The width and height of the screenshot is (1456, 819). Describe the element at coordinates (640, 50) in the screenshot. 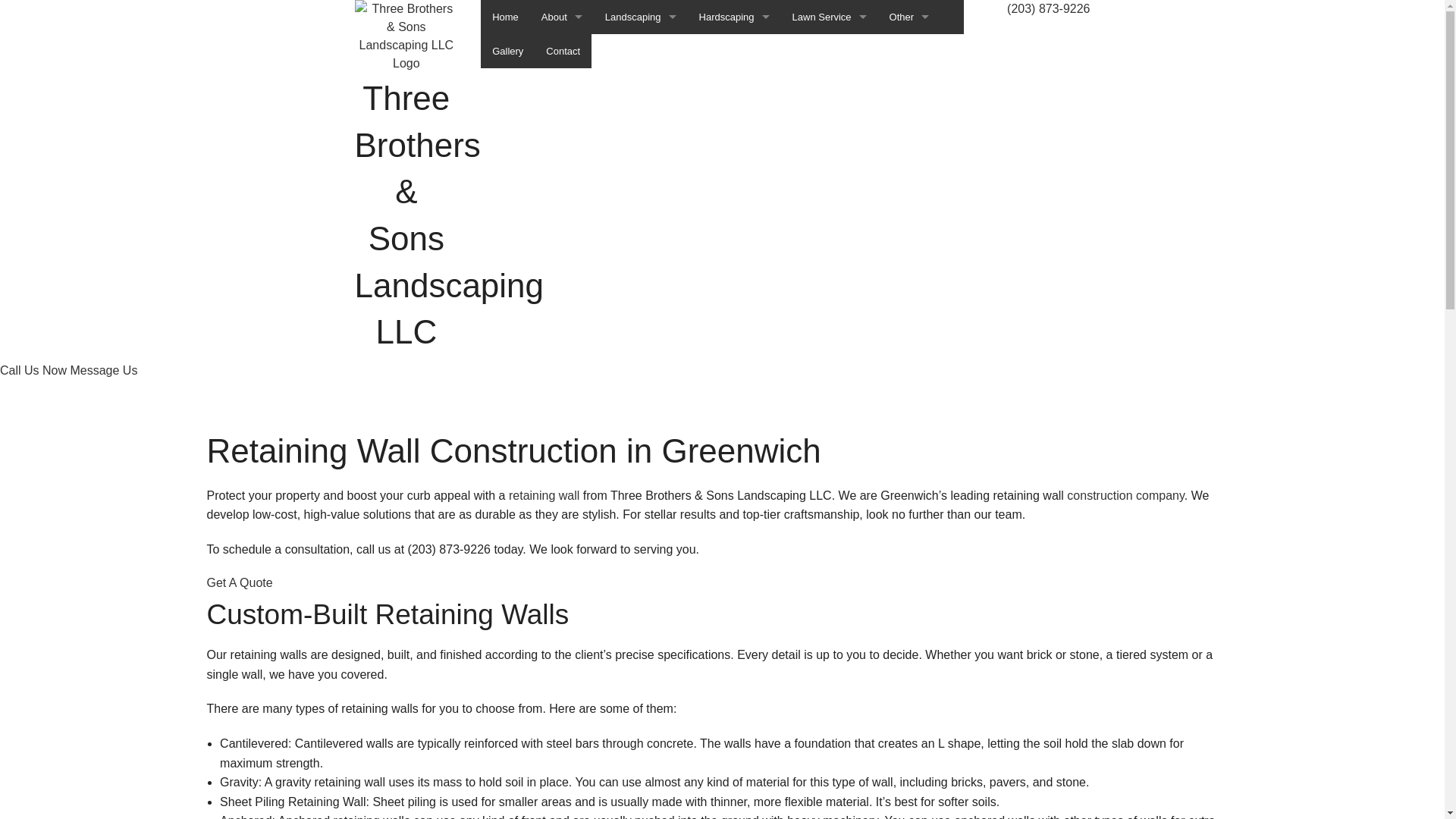

I see `'Gardening Services'` at that location.